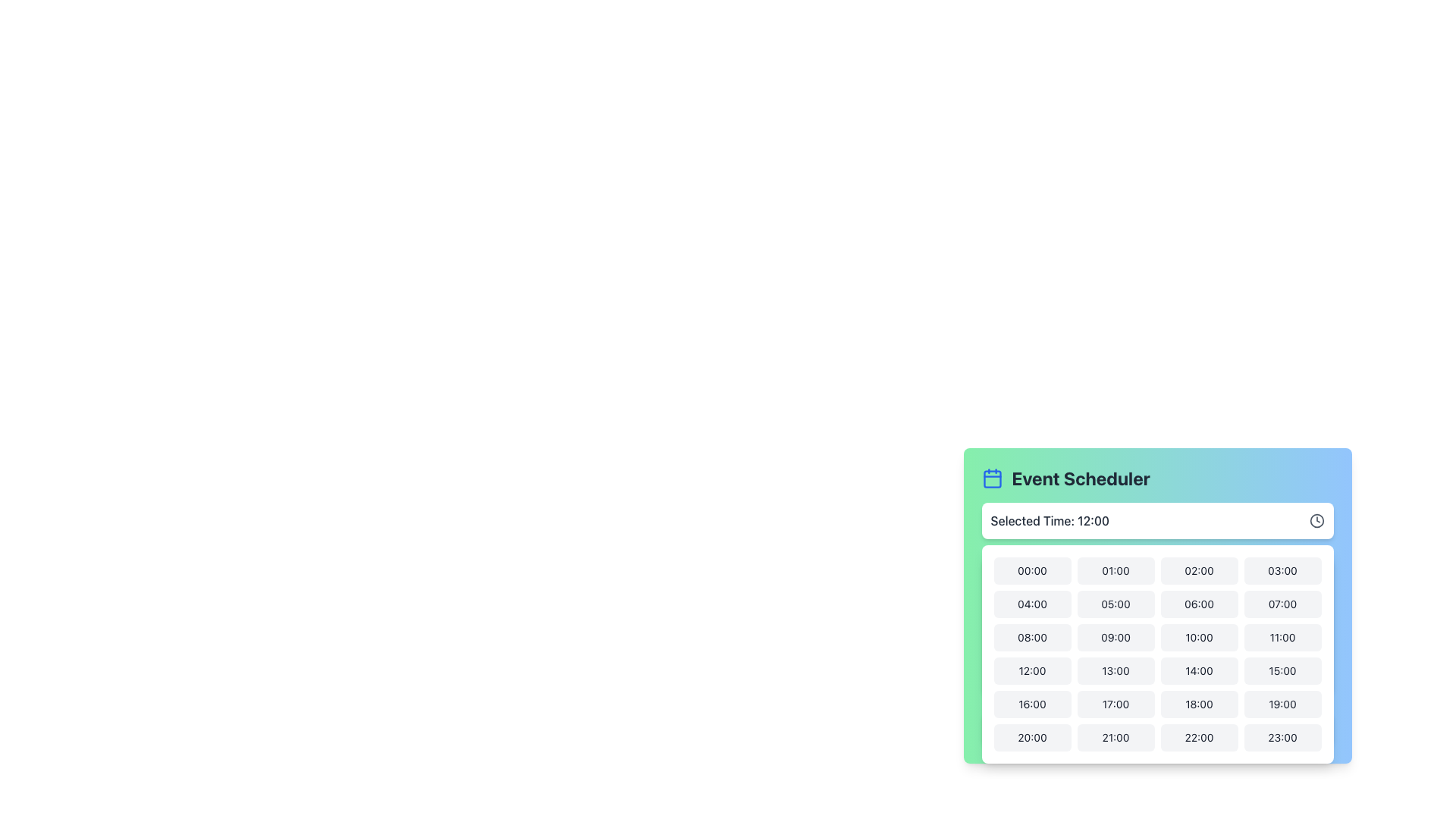 The height and width of the screenshot is (819, 1456). What do you see at coordinates (1282, 637) in the screenshot?
I see `the '11:00' time slot button` at bounding box center [1282, 637].